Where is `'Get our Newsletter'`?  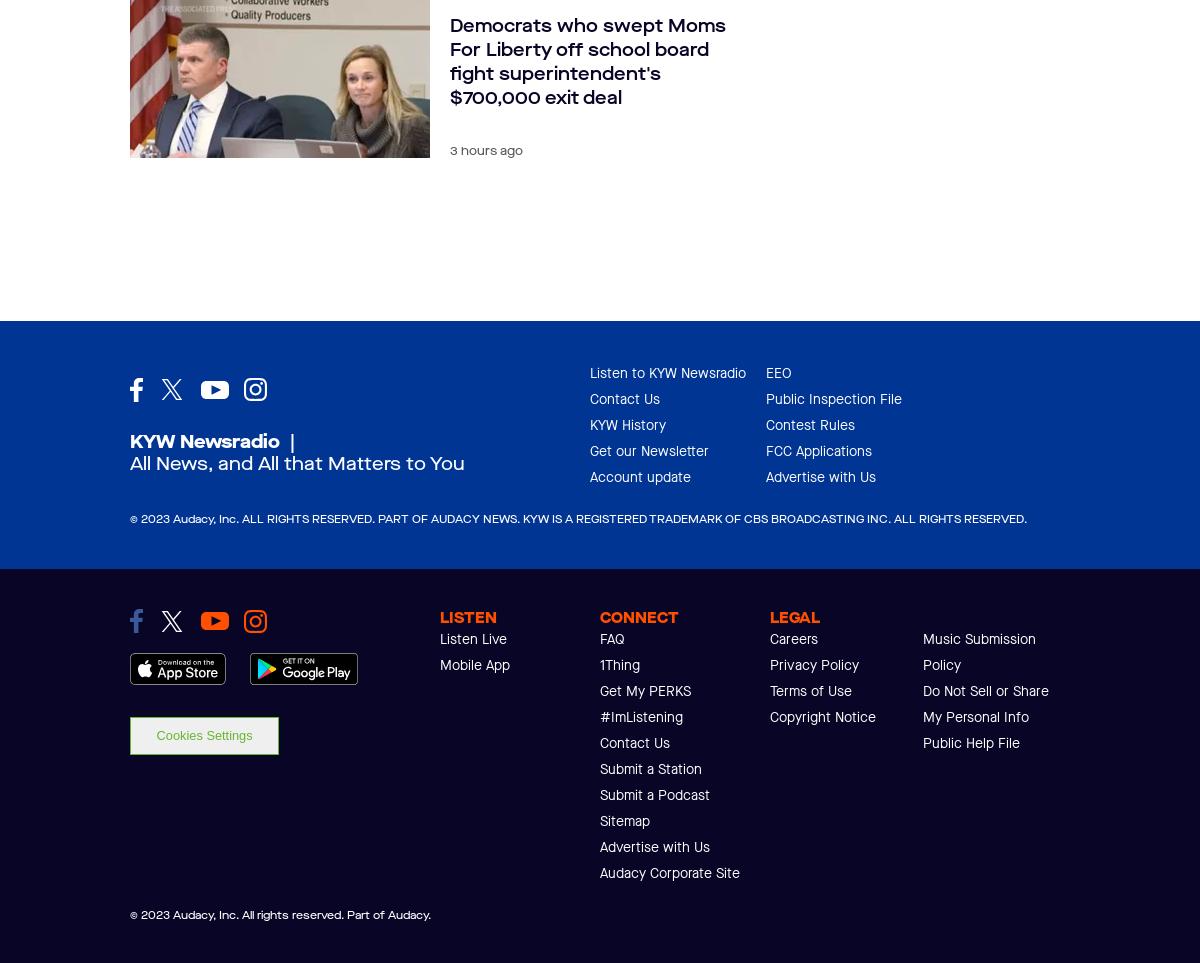 'Get our Newsletter' is located at coordinates (649, 450).